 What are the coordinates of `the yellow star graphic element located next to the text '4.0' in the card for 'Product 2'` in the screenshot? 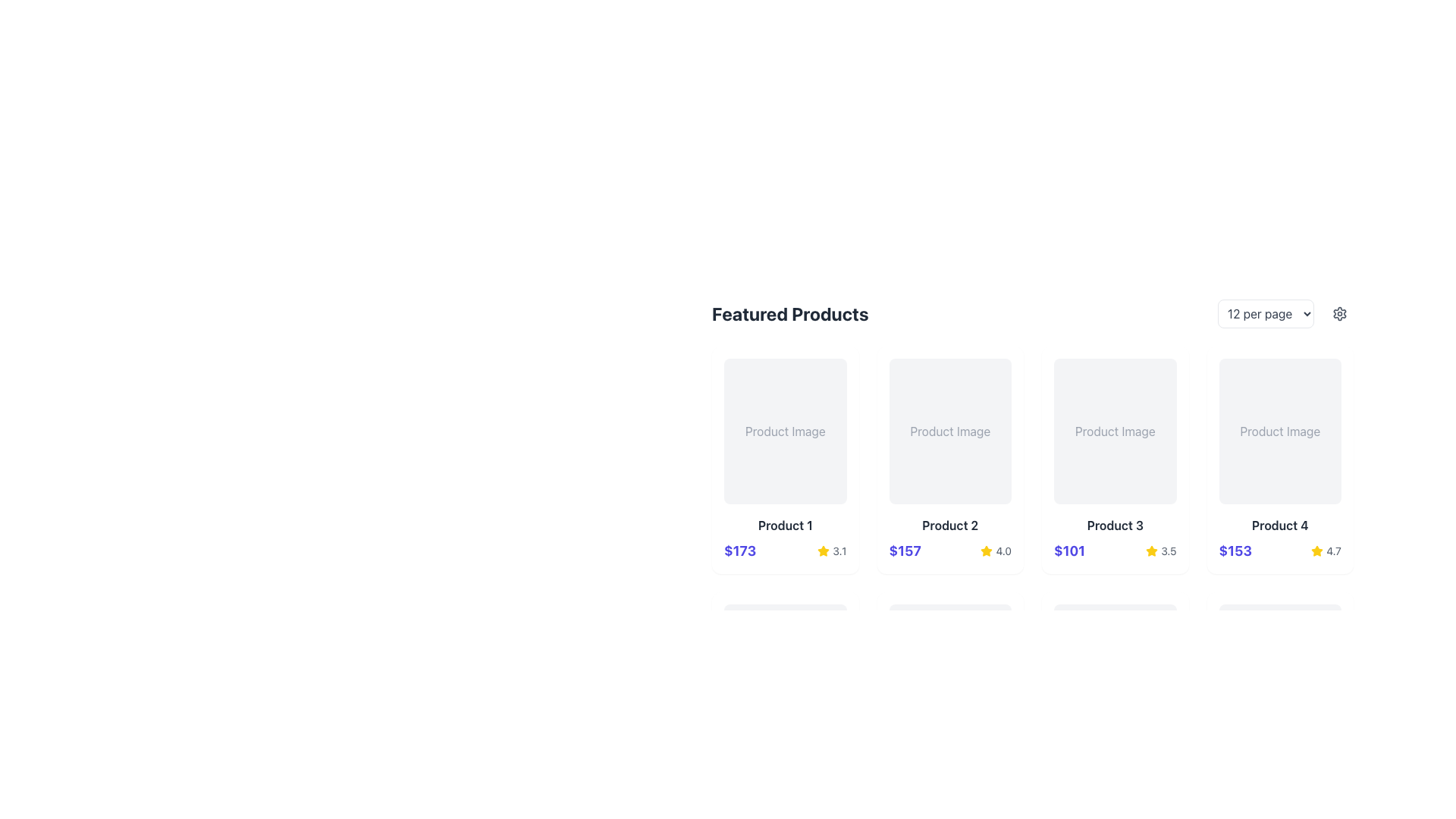 It's located at (987, 551).